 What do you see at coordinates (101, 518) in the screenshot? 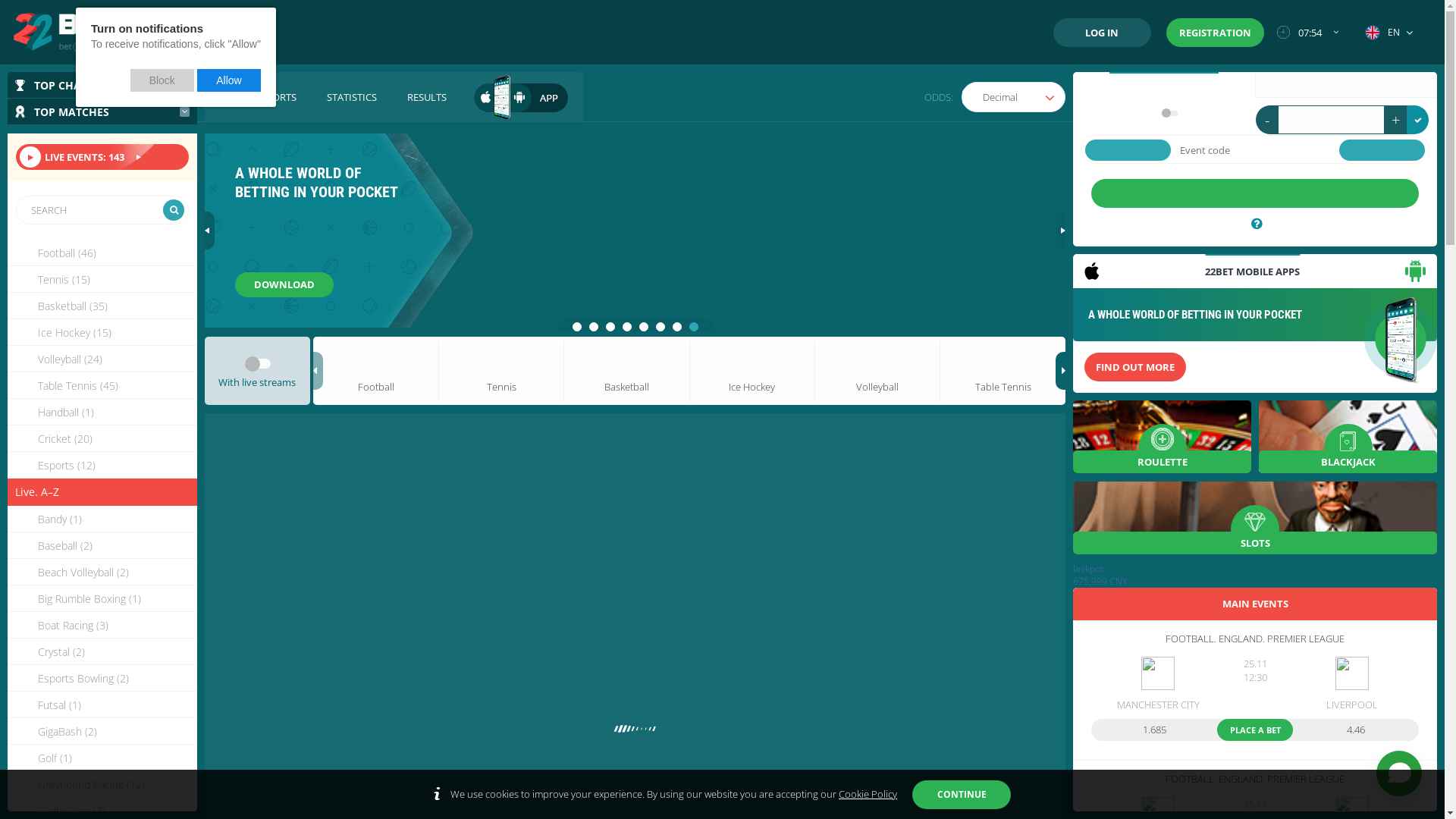
I see `'Bandy` at bounding box center [101, 518].